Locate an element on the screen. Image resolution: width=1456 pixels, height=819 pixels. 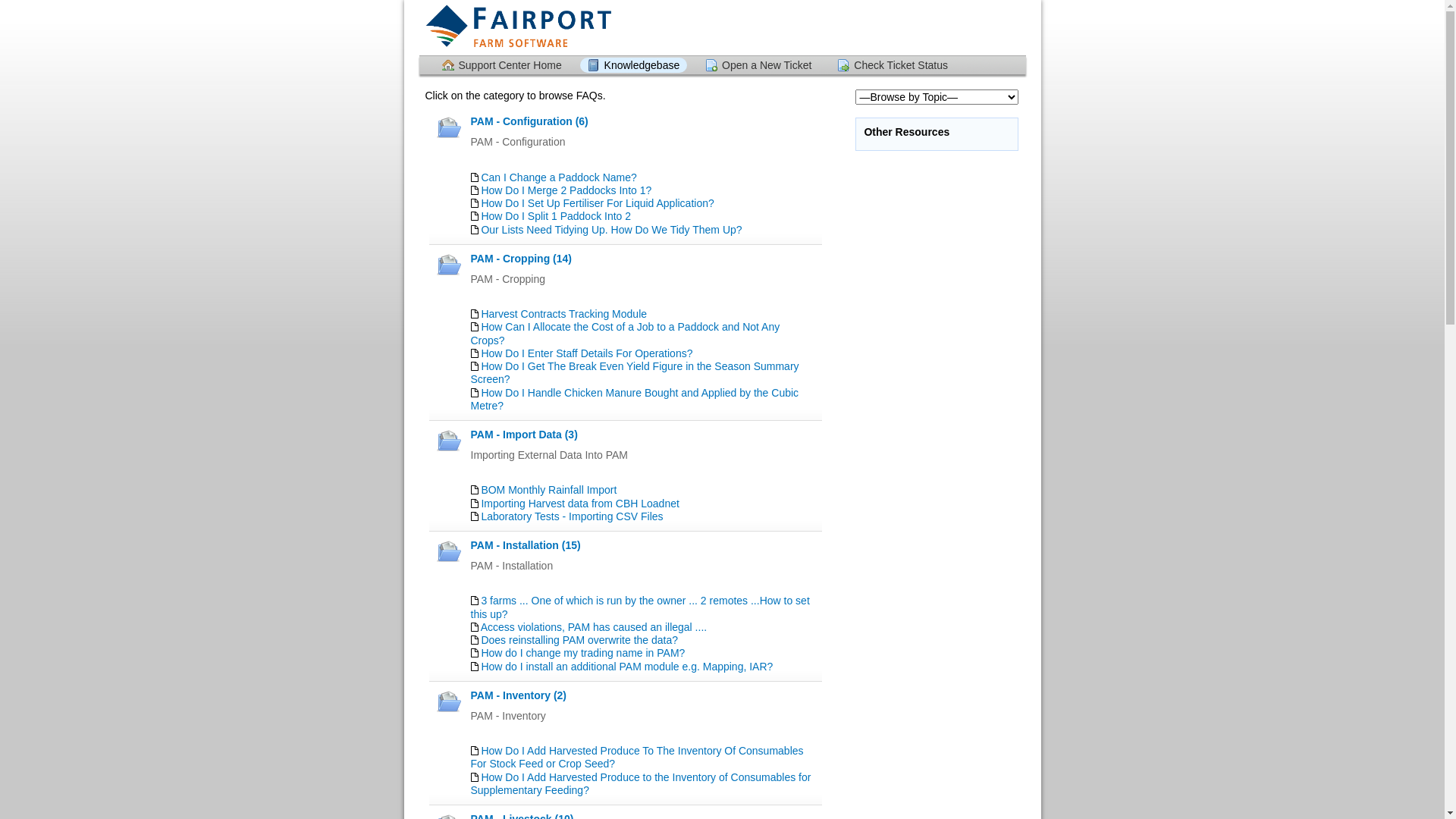
'PAM - Inventory (2)' is located at coordinates (518, 695).